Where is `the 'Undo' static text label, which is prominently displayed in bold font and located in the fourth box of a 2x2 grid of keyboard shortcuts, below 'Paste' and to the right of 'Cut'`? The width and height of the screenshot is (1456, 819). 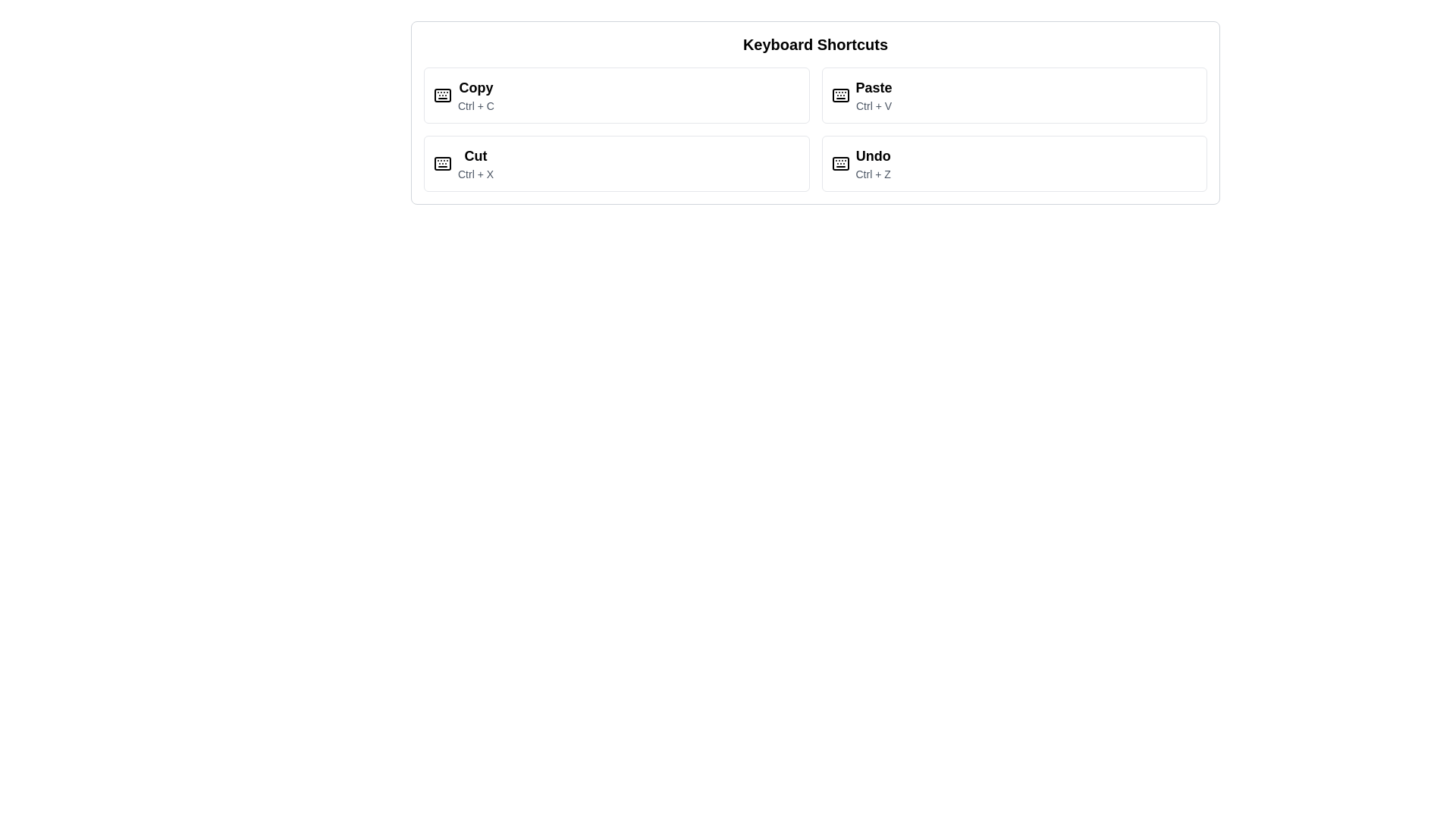 the 'Undo' static text label, which is prominently displayed in bold font and located in the fourth box of a 2x2 grid of keyboard shortcuts, below 'Paste' and to the right of 'Cut' is located at coordinates (873, 155).